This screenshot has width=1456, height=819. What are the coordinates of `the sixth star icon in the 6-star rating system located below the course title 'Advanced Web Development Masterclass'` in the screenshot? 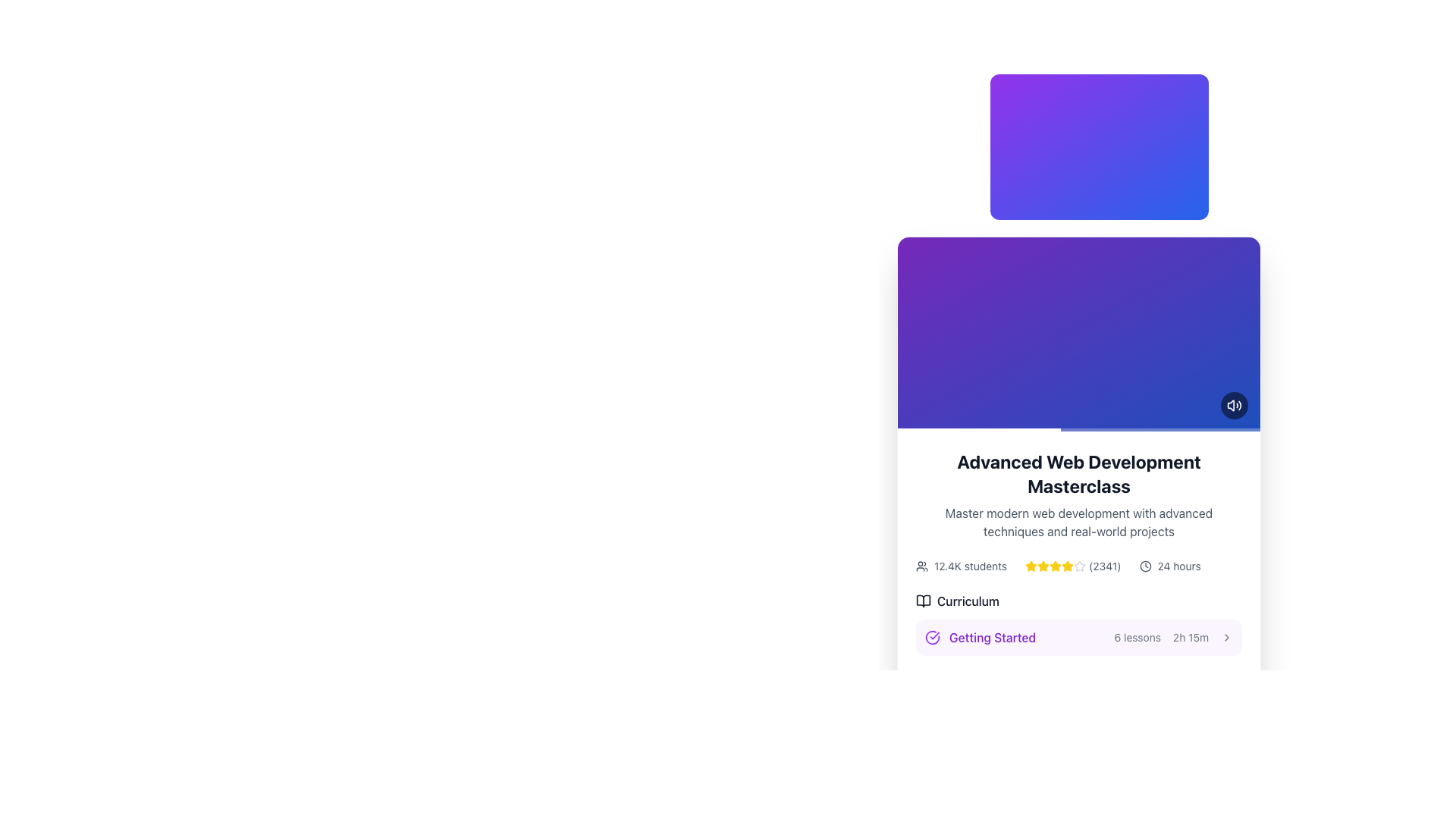 It's located at (1067, 566).